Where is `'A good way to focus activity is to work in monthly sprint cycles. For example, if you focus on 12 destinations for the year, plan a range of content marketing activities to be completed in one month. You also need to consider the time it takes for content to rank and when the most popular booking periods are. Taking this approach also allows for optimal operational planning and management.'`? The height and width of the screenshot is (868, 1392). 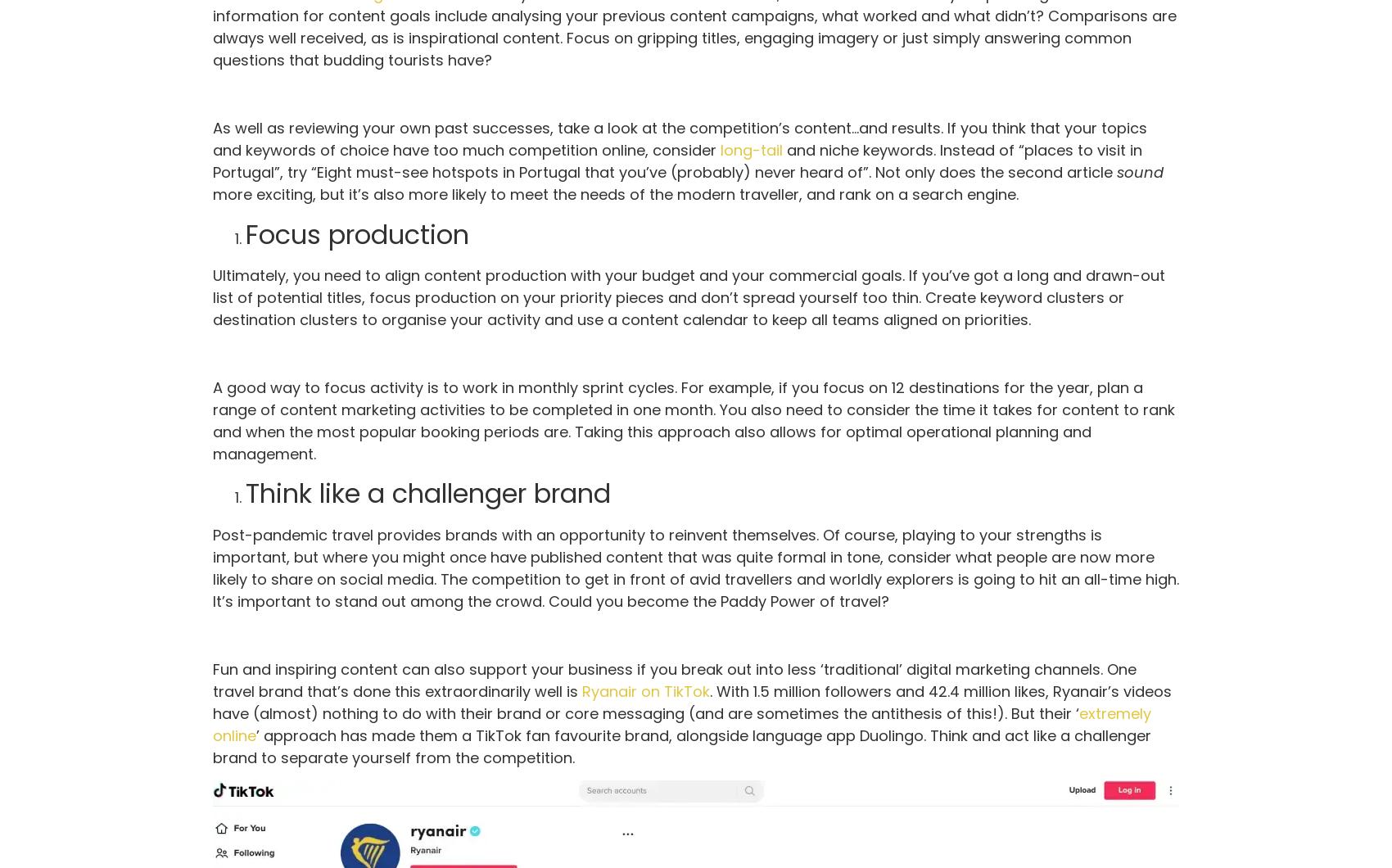
'A good way to focus activity is to work in monthly sprint cycles. For example, if you focus on 12 destinations for the year, plan a range of content marketing activities to be completed in one month. You also need to consider the time it takes for content to rank and when the most popular booking periods are. Taking this approach also allows for optimal operational planning and management.' is located at coordinates (693, 419).